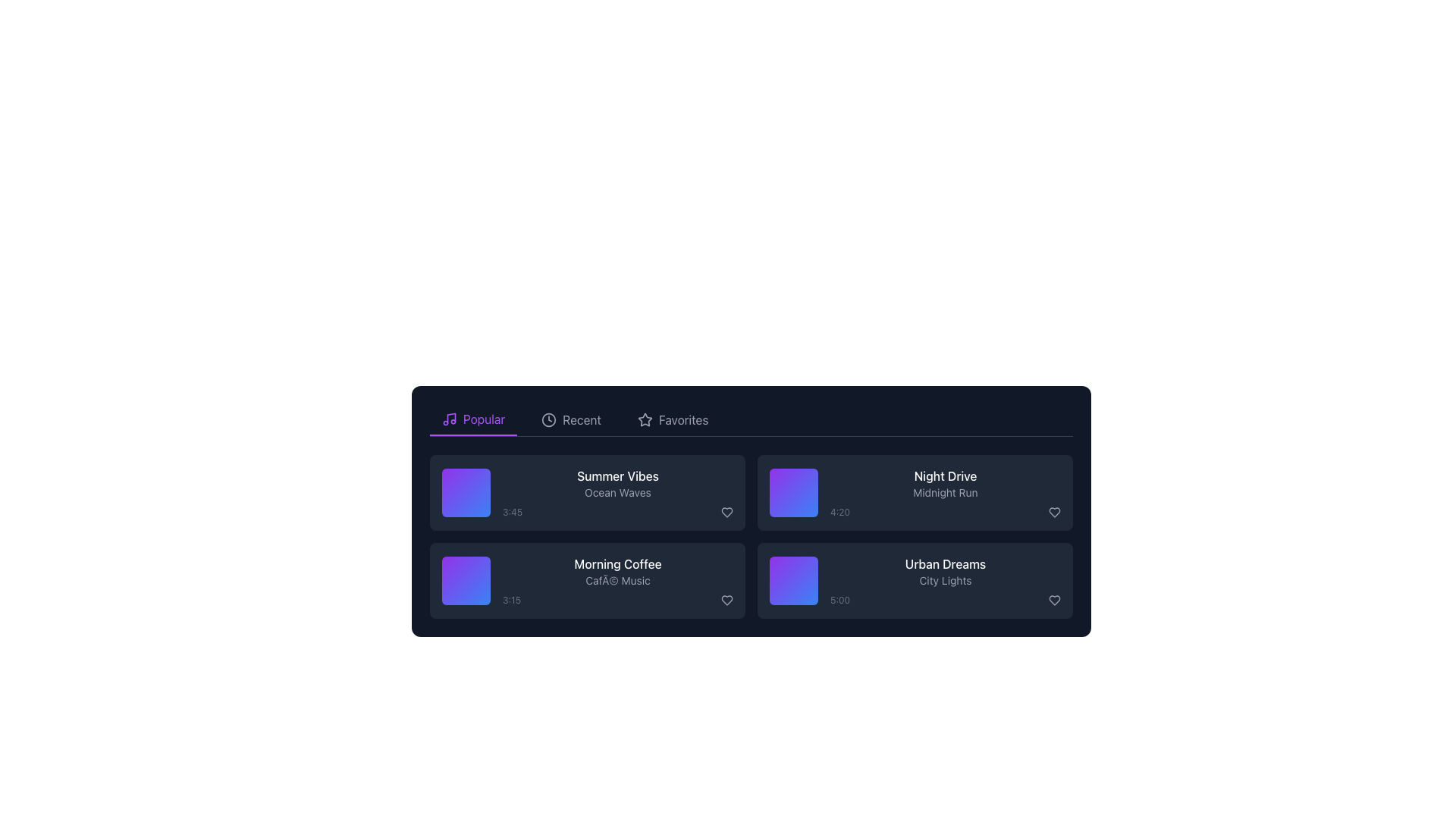  Describe the element at coordinates (618, 580) in the screenshot. I see `the text block displaying the title and subtitle of the music track located in the lower-left quarter of the interface, which is the second item in the first column of a list of music tracks` at that location.